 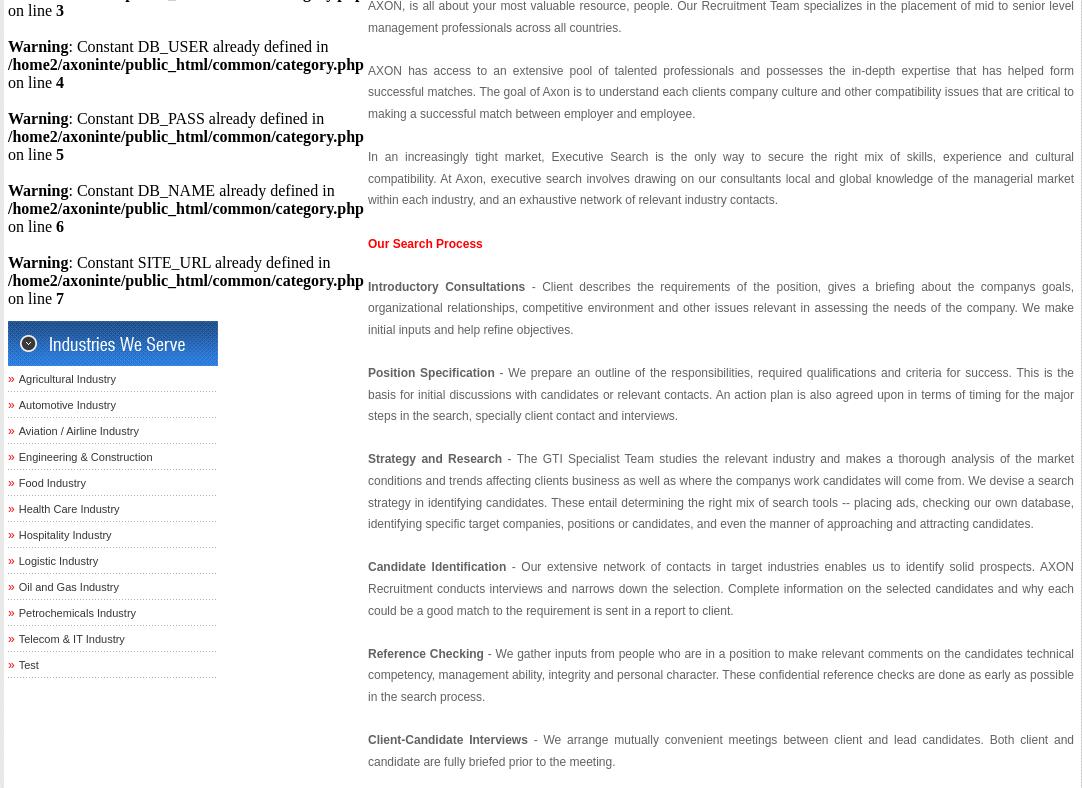 What do you see at coordinates (434, 458) in the screenshot?
I see `'Strategy and Research'` at bounding box center [434, 458].